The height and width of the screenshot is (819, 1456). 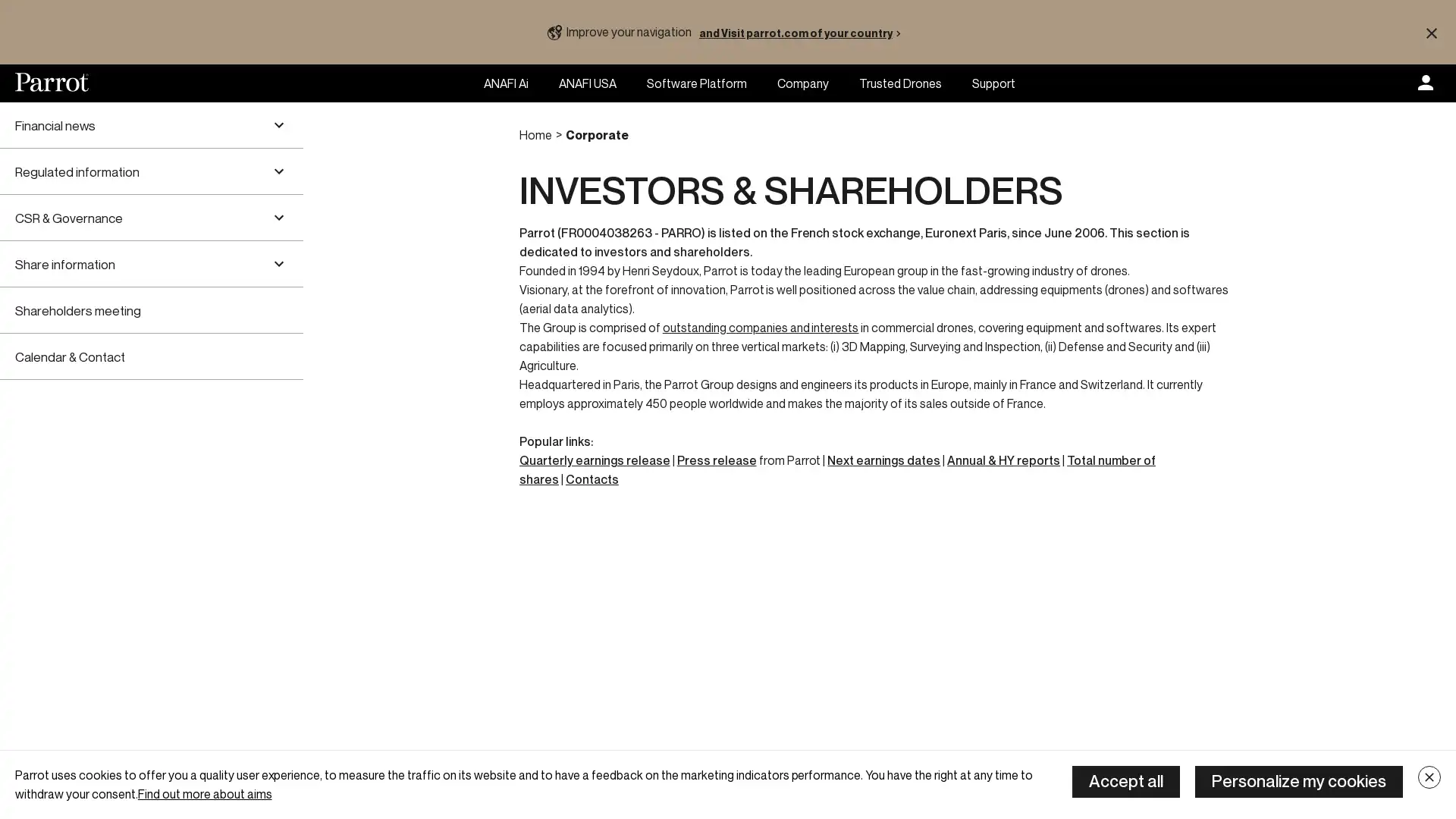 I want to click on close not-good-shop-alert, so click(x=1430, y=32).